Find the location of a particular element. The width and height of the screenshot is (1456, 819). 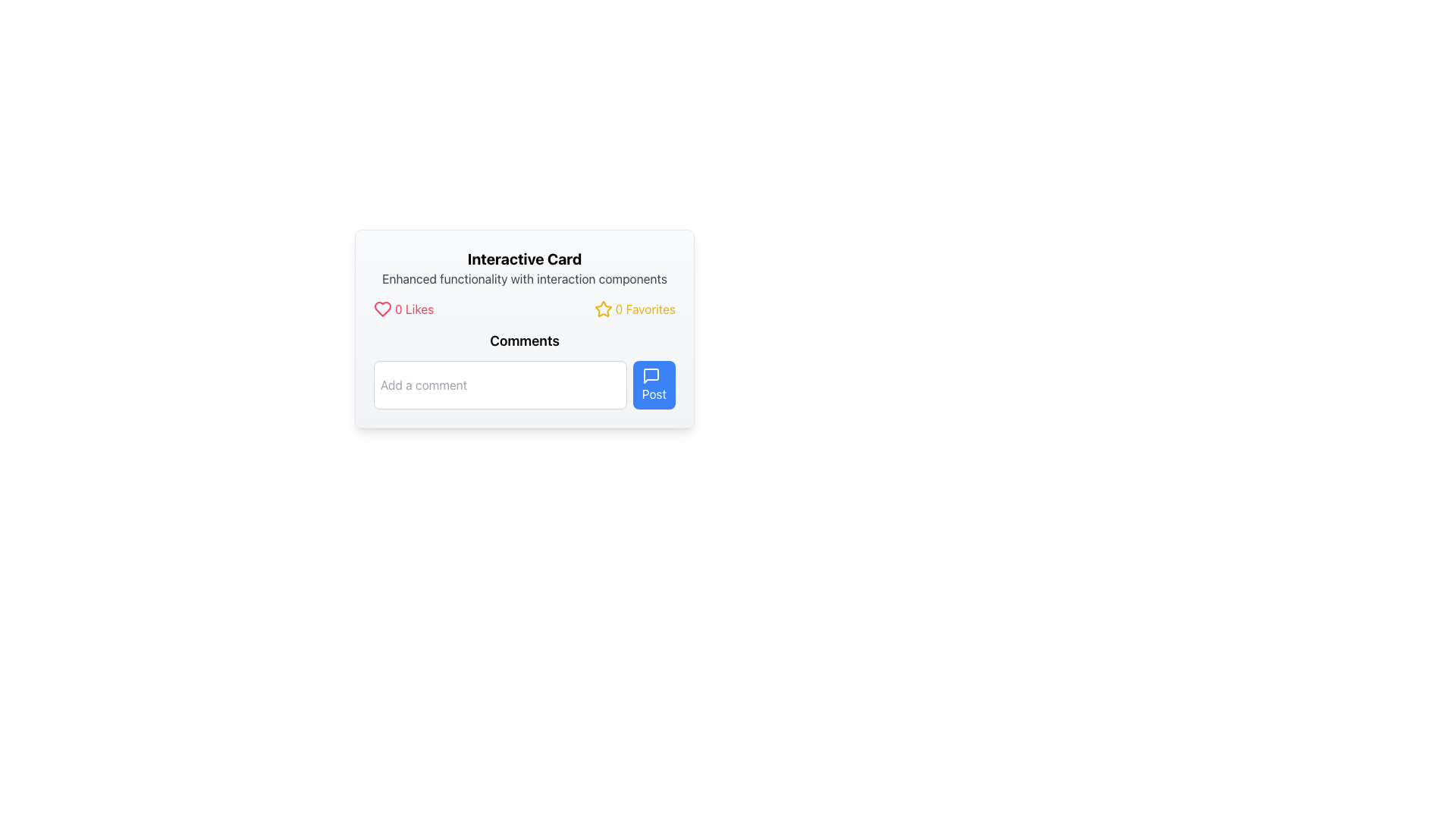

the star-shaped icon filled with yellow color, located next to the text '0 Favorites' is located at coordinates (602, 309).